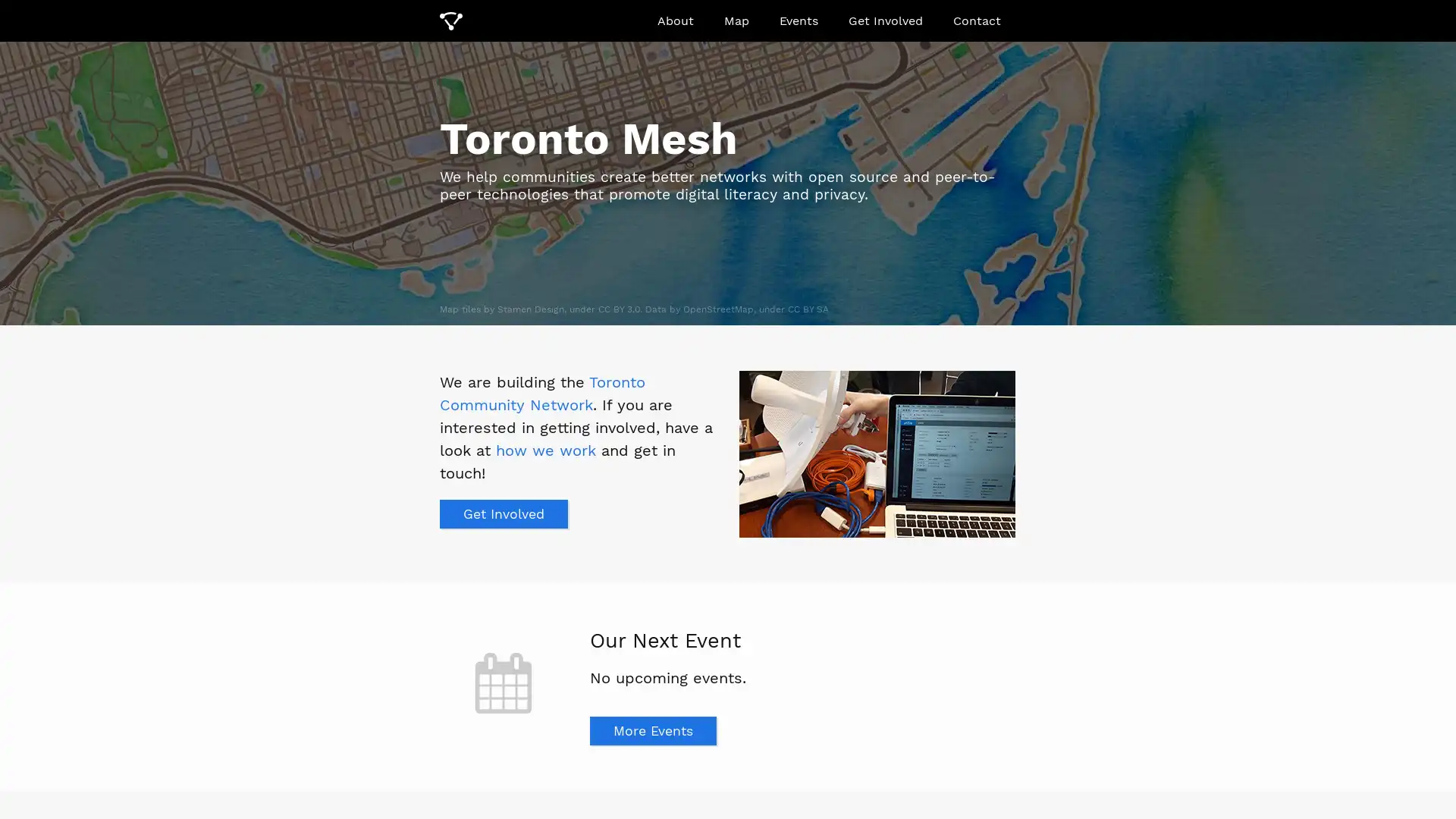 The height and width of the screenshot is (819, 1456). Describe the element at coordinates (504, 513) in the screenshot. I see `Get Involved` at that location.